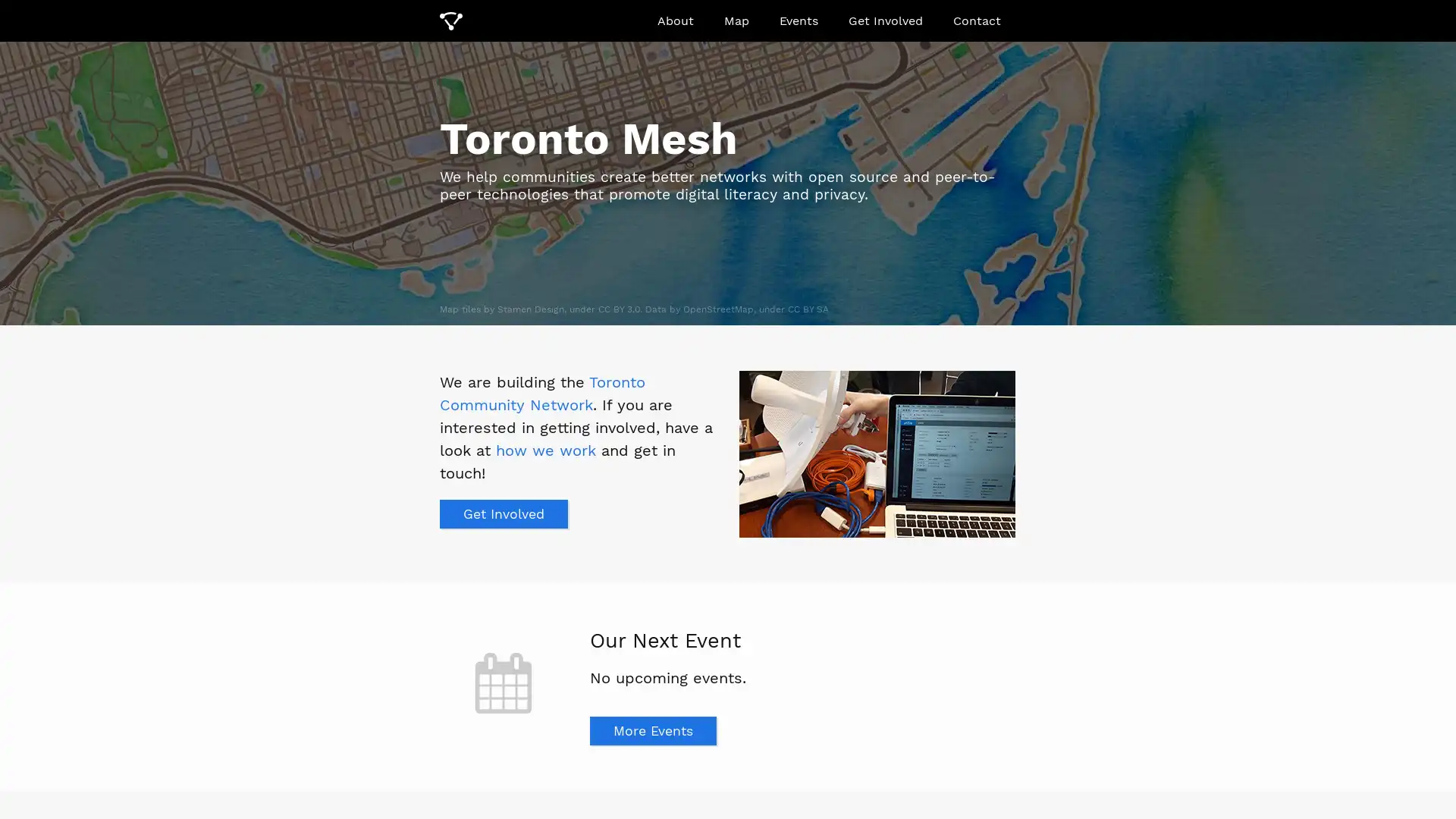 The height and width of the screenshot is (819, 1456). Describe the element at coordinates (504, 513) in the screenshot. I see `Get Involved` at that location.